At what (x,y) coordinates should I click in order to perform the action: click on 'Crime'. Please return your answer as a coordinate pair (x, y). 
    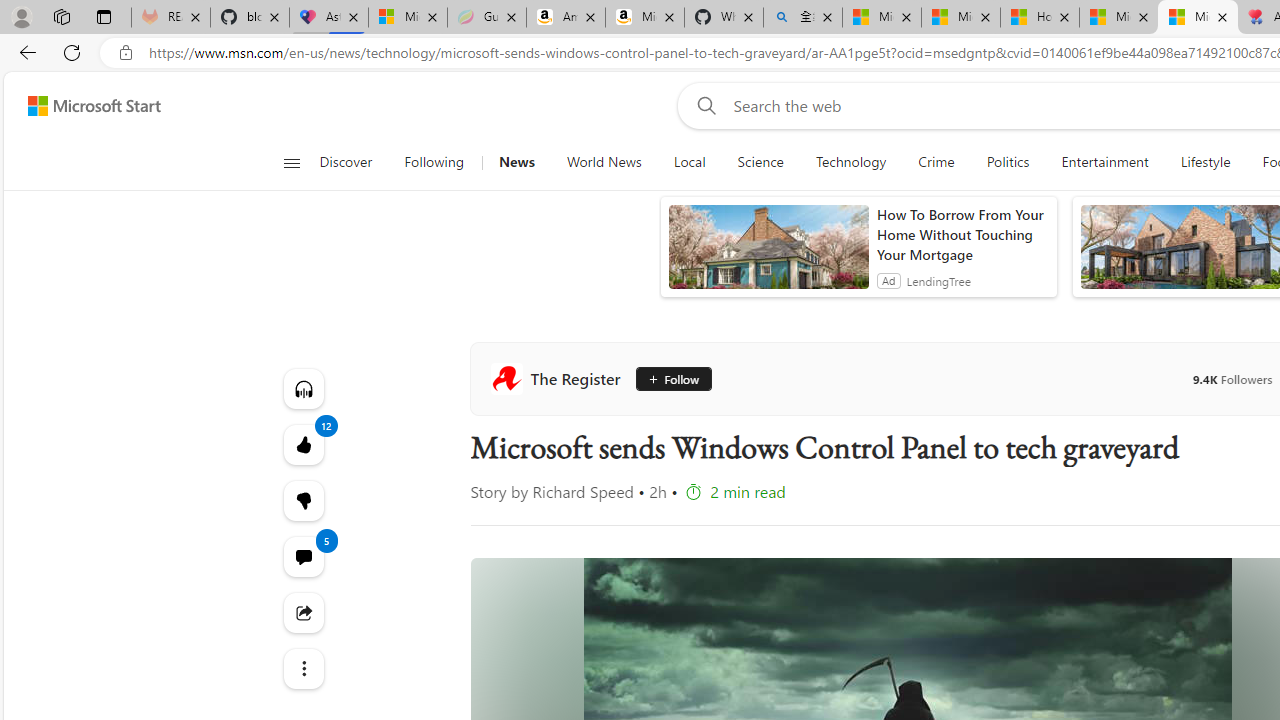
    Looking at the image, I should click on (935, 162).